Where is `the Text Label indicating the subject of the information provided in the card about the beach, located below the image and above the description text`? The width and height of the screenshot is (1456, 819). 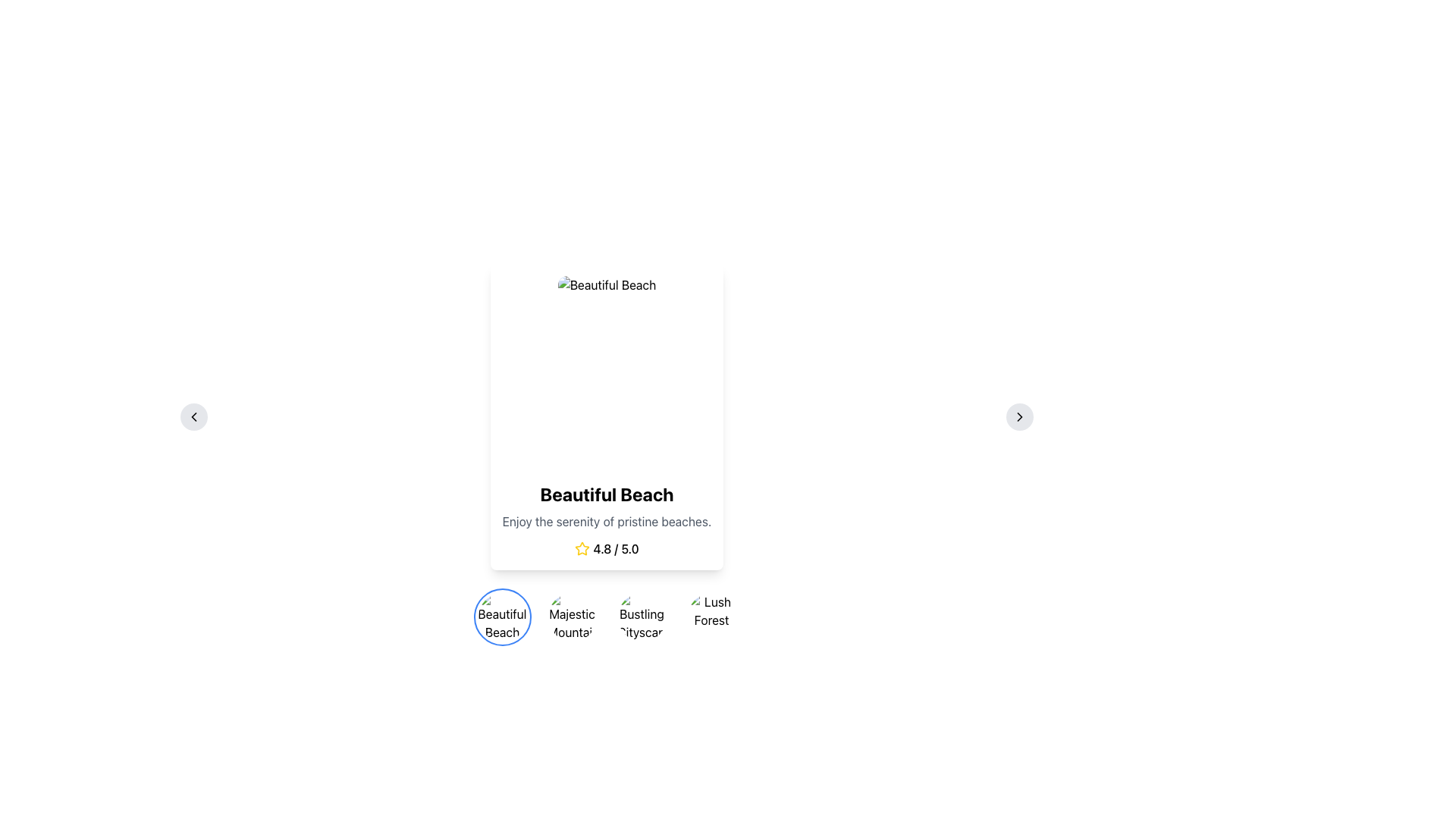 the Text Label indicating the subject of the information provided in the card about the beach, located below the image and above the description text is located at coordinates (607, 494).